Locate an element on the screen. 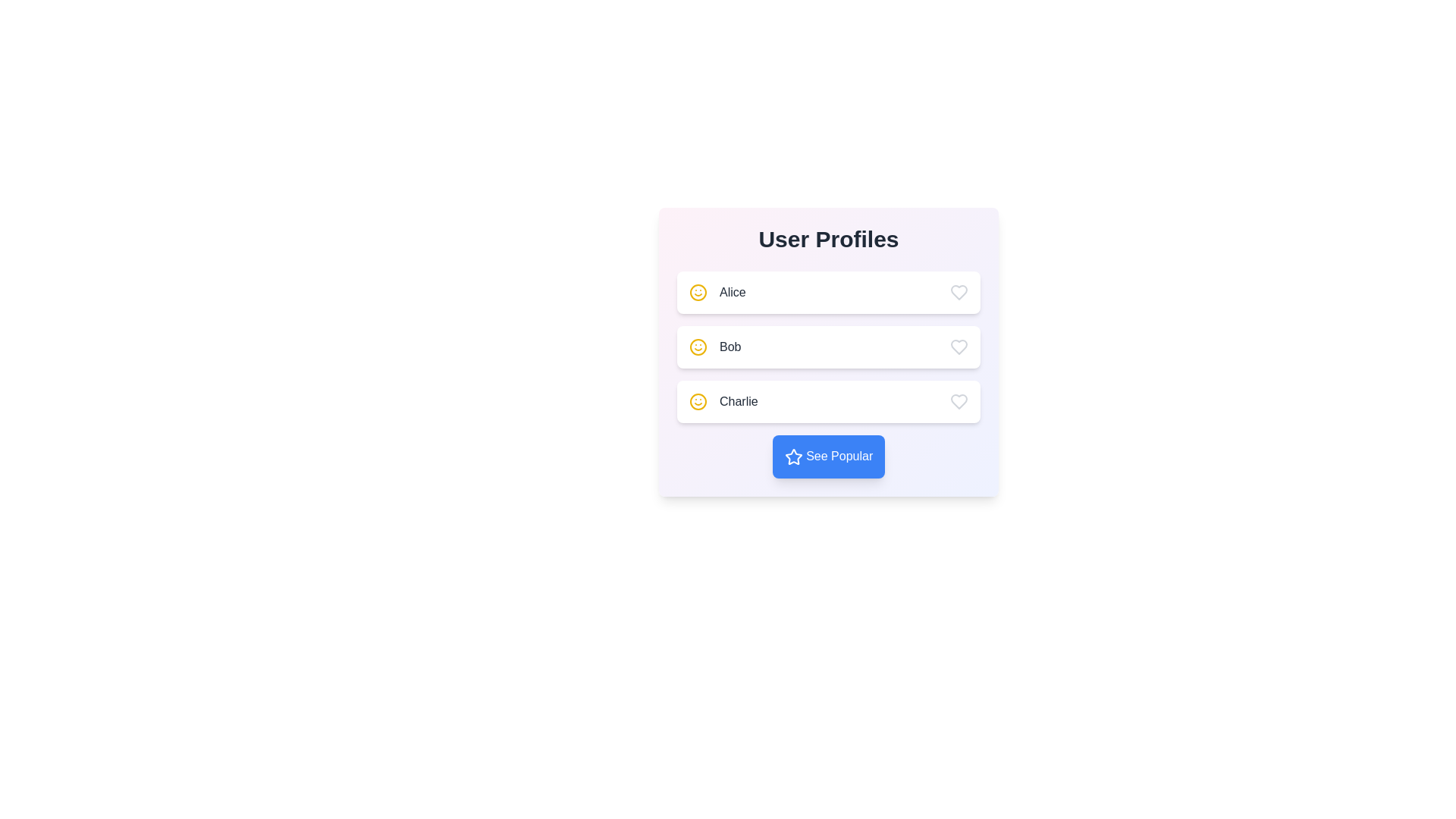  the rectangular button with a blue background and white text reading 'See Popular' is located at coordinates (828, 456).